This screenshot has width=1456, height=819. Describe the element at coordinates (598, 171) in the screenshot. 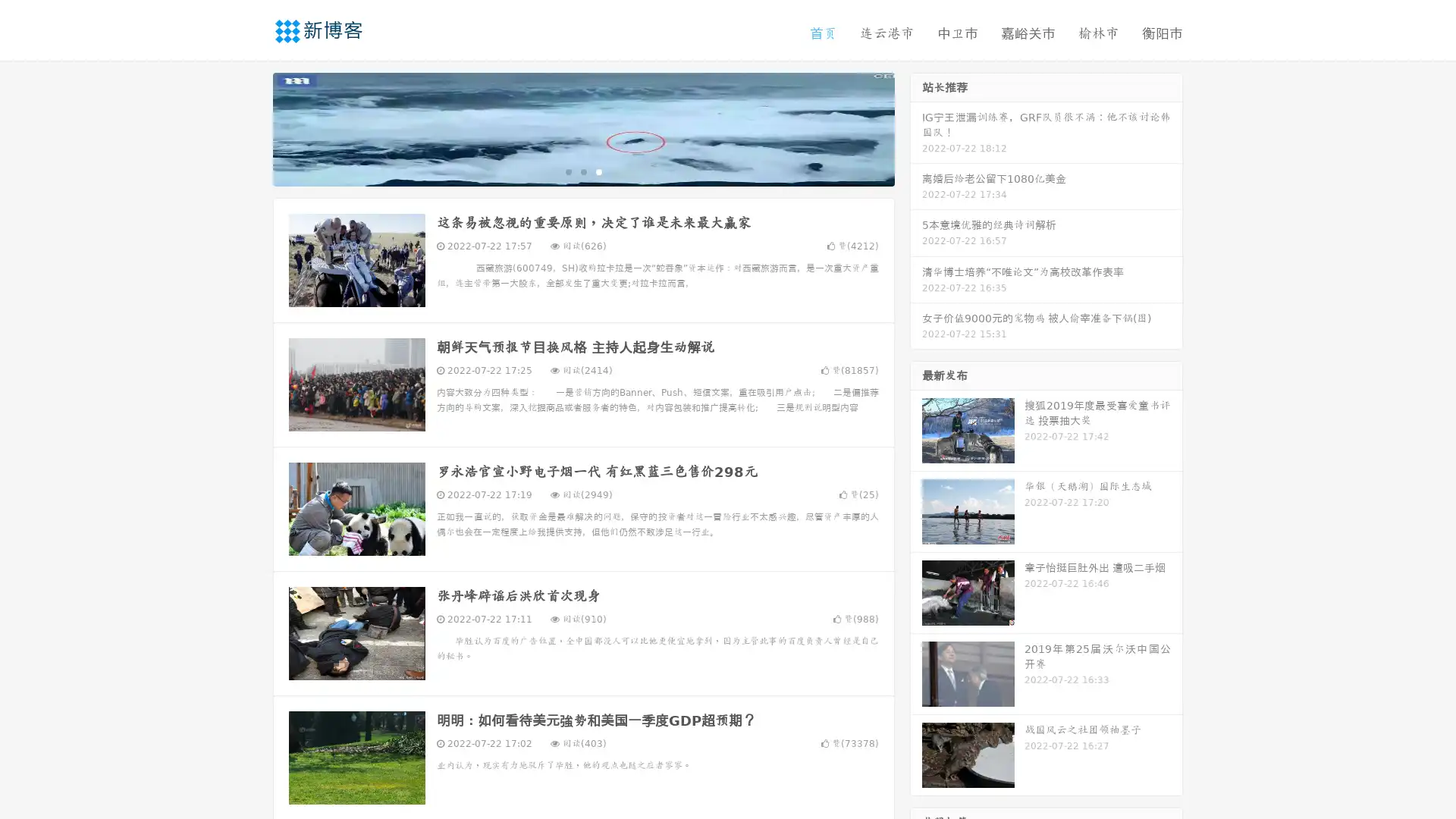

I see `Go to slide 3` at that location.